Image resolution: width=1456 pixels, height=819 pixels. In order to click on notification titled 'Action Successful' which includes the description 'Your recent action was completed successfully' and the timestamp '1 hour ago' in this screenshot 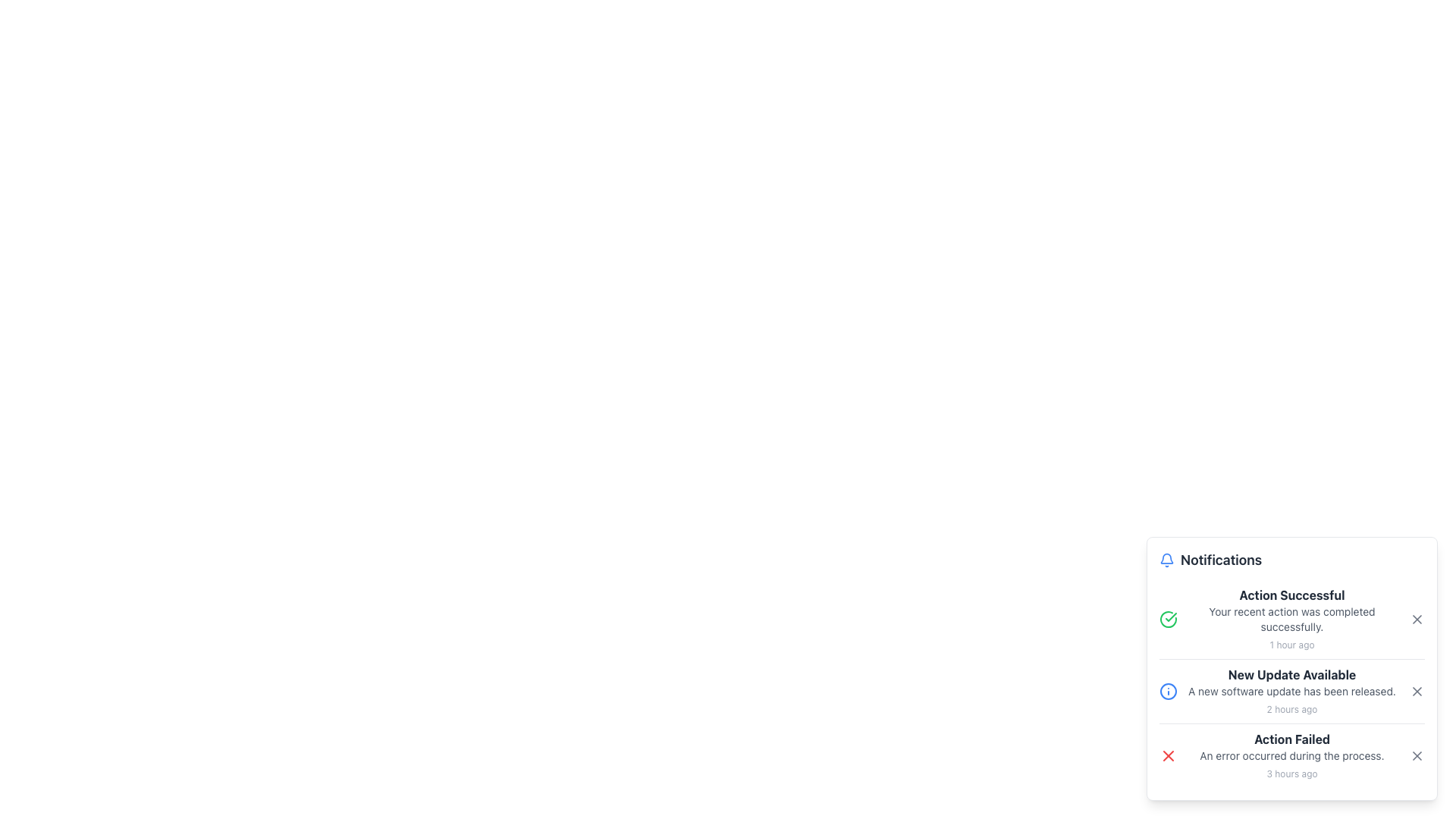, I will do `click(1291, 620)`.